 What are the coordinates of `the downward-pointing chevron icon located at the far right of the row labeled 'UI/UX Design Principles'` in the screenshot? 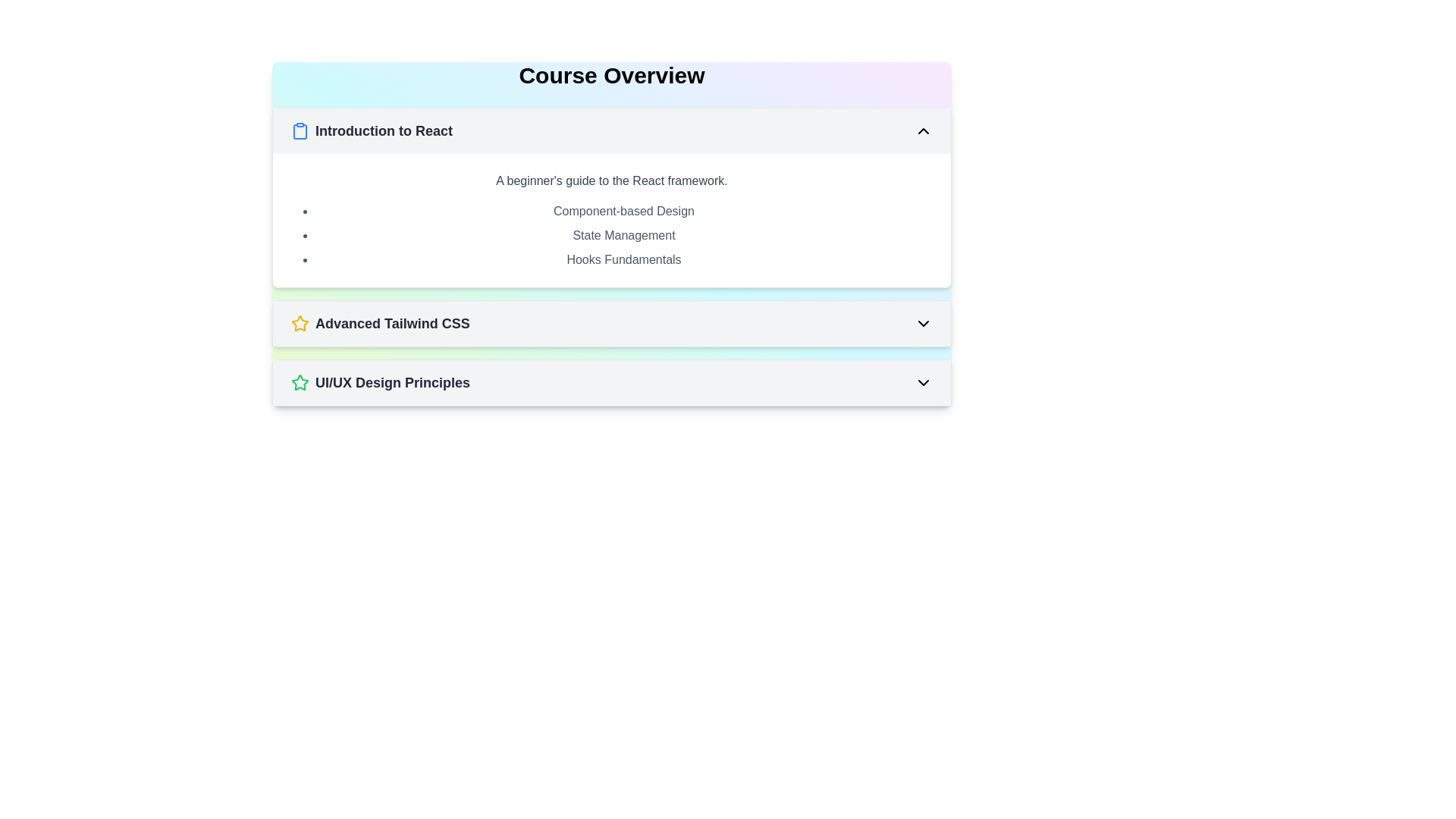 It's located at (923, 382).